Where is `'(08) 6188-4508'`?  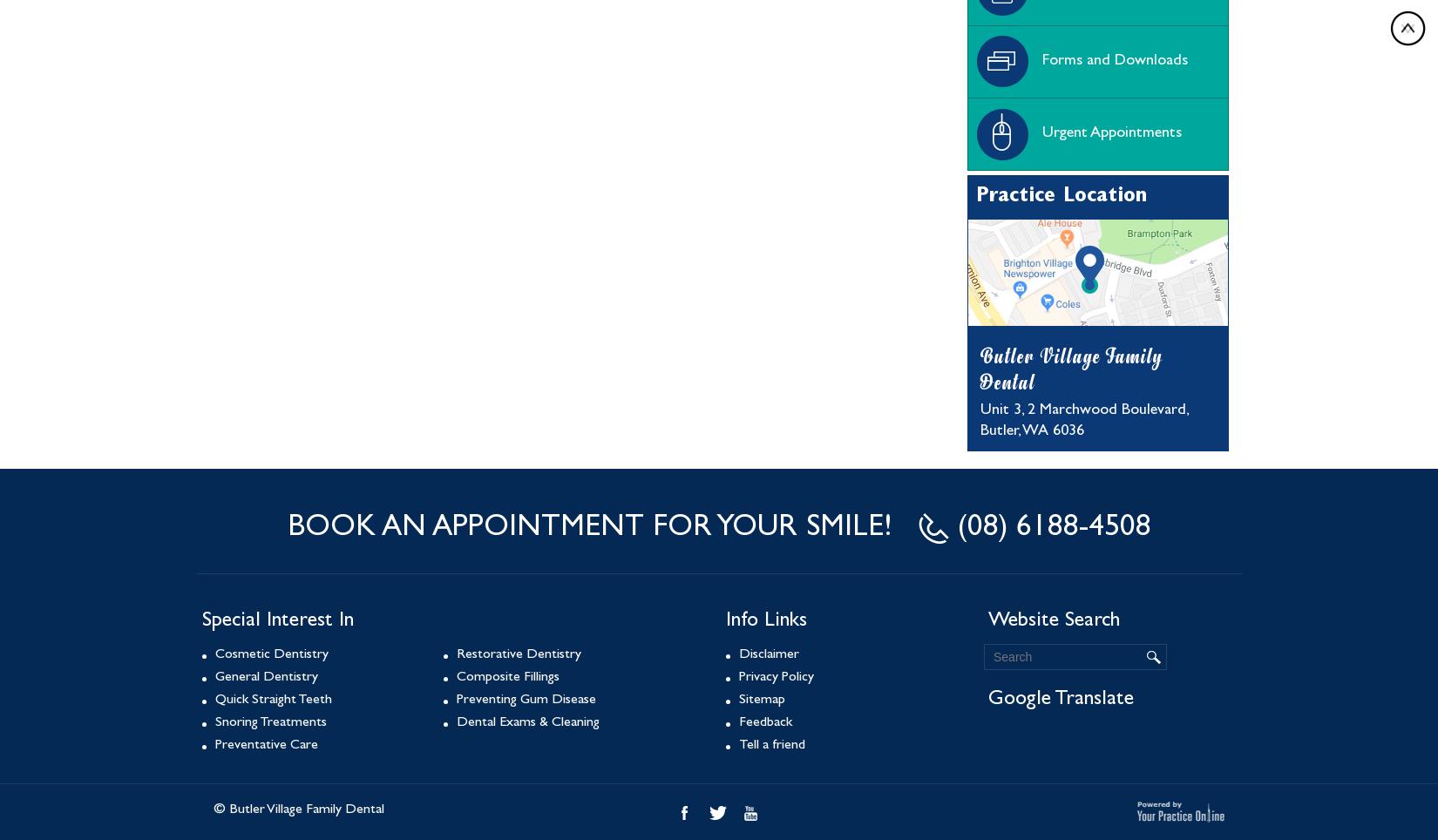
'(08) 6188-4508' is located at coordinates (1053, 529).